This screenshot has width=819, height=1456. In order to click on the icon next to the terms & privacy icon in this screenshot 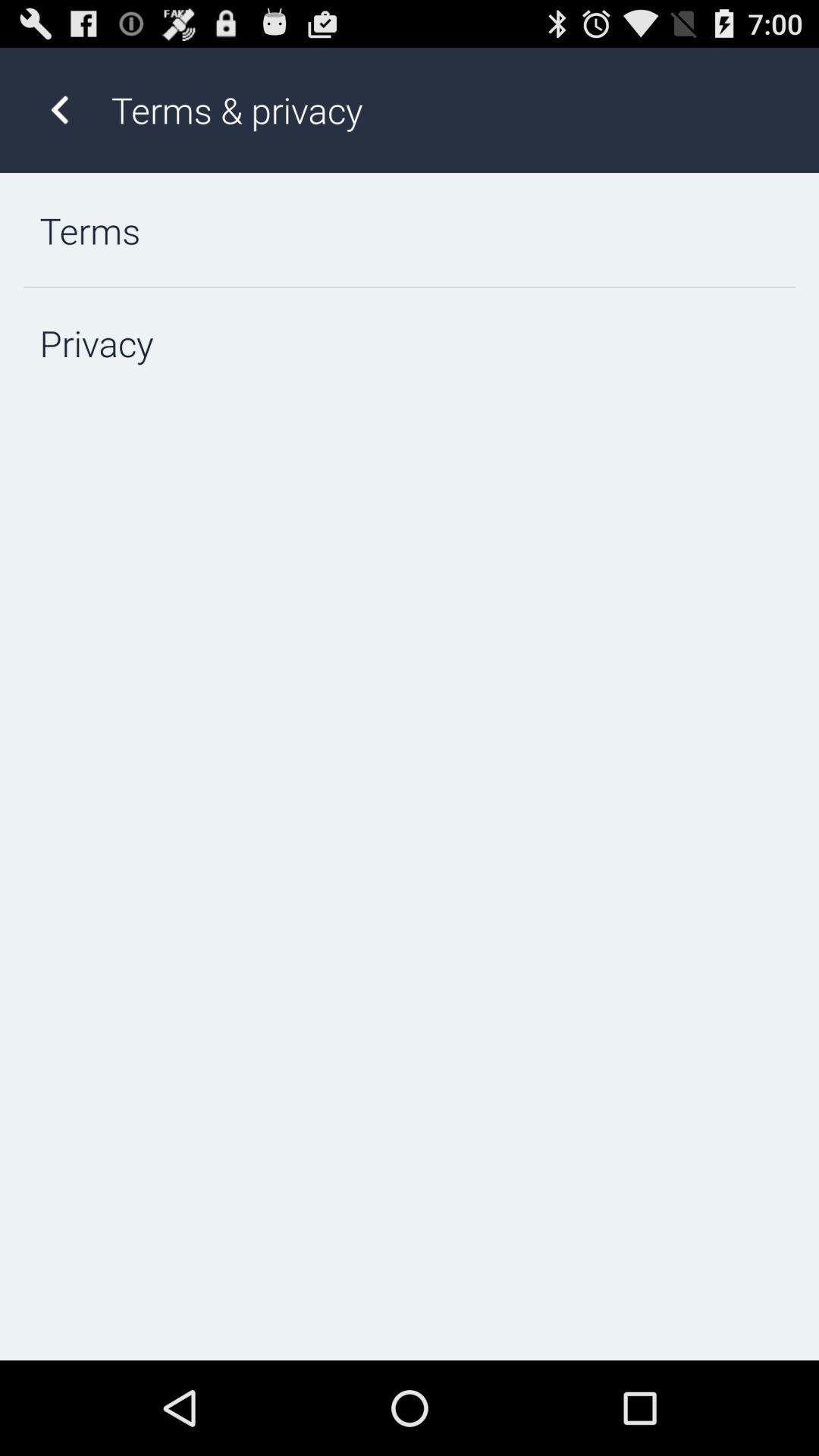, I will do `click(58, 109)`.